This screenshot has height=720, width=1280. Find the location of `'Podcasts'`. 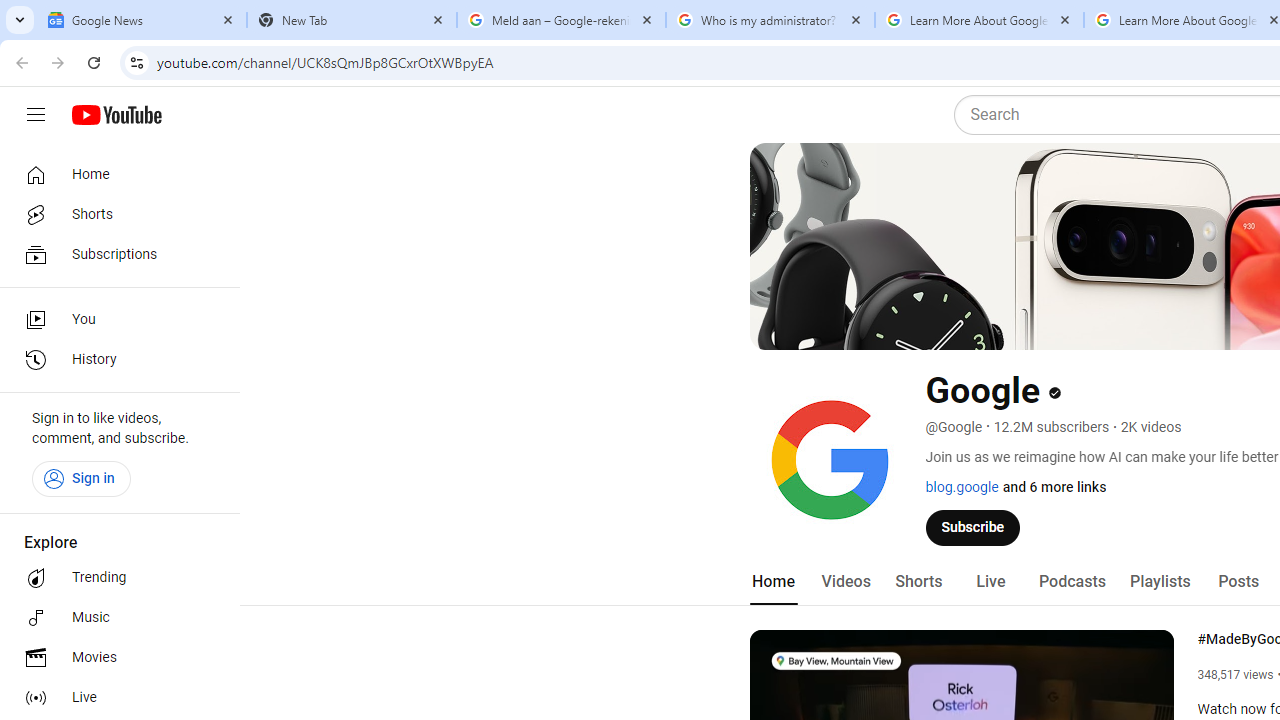

'Podcasts' is located at coordinates (1071, 581).